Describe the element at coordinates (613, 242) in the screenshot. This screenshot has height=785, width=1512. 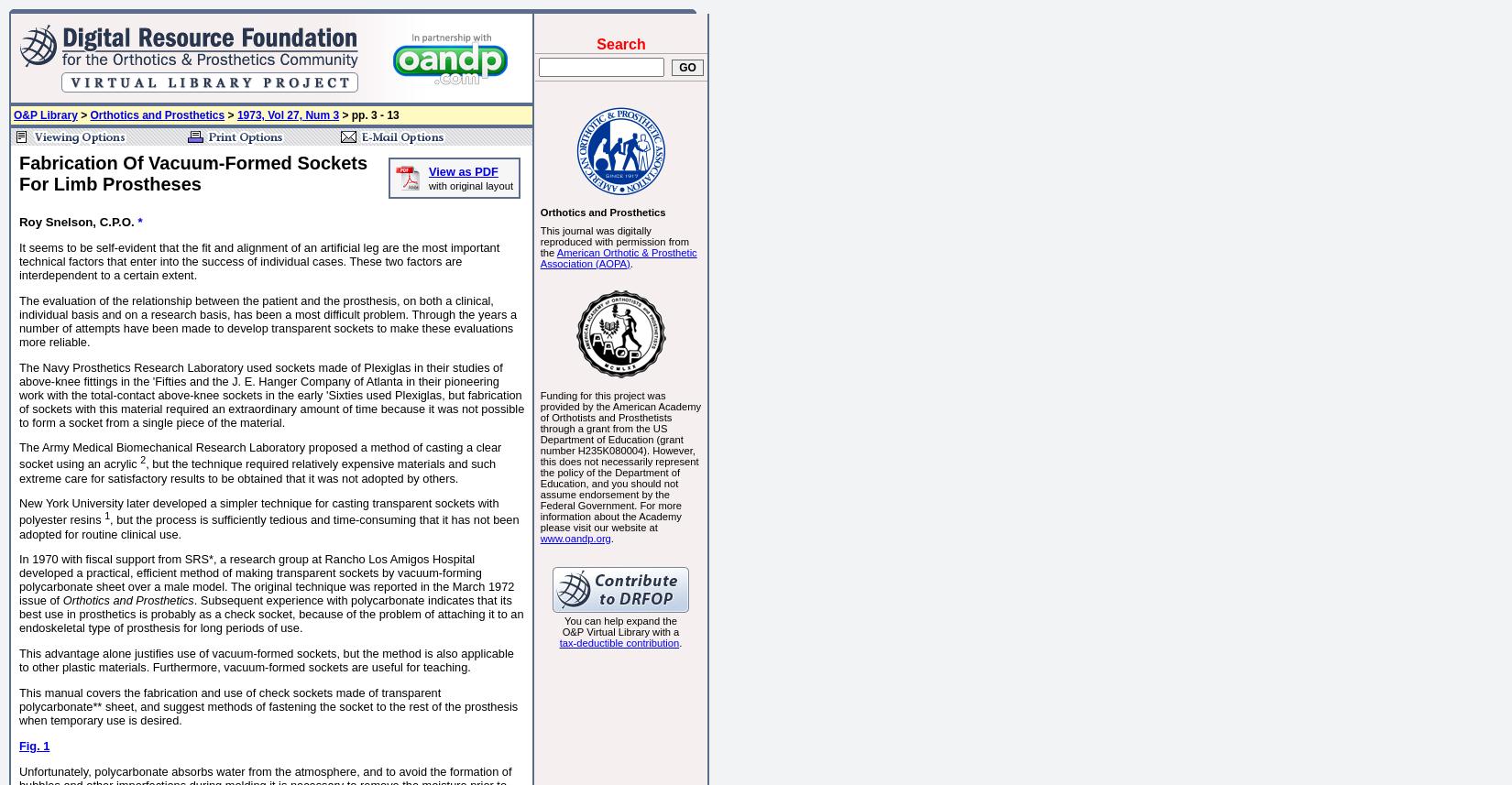
I see `'This journal was digitally reproduced with permission from the'` at that location.